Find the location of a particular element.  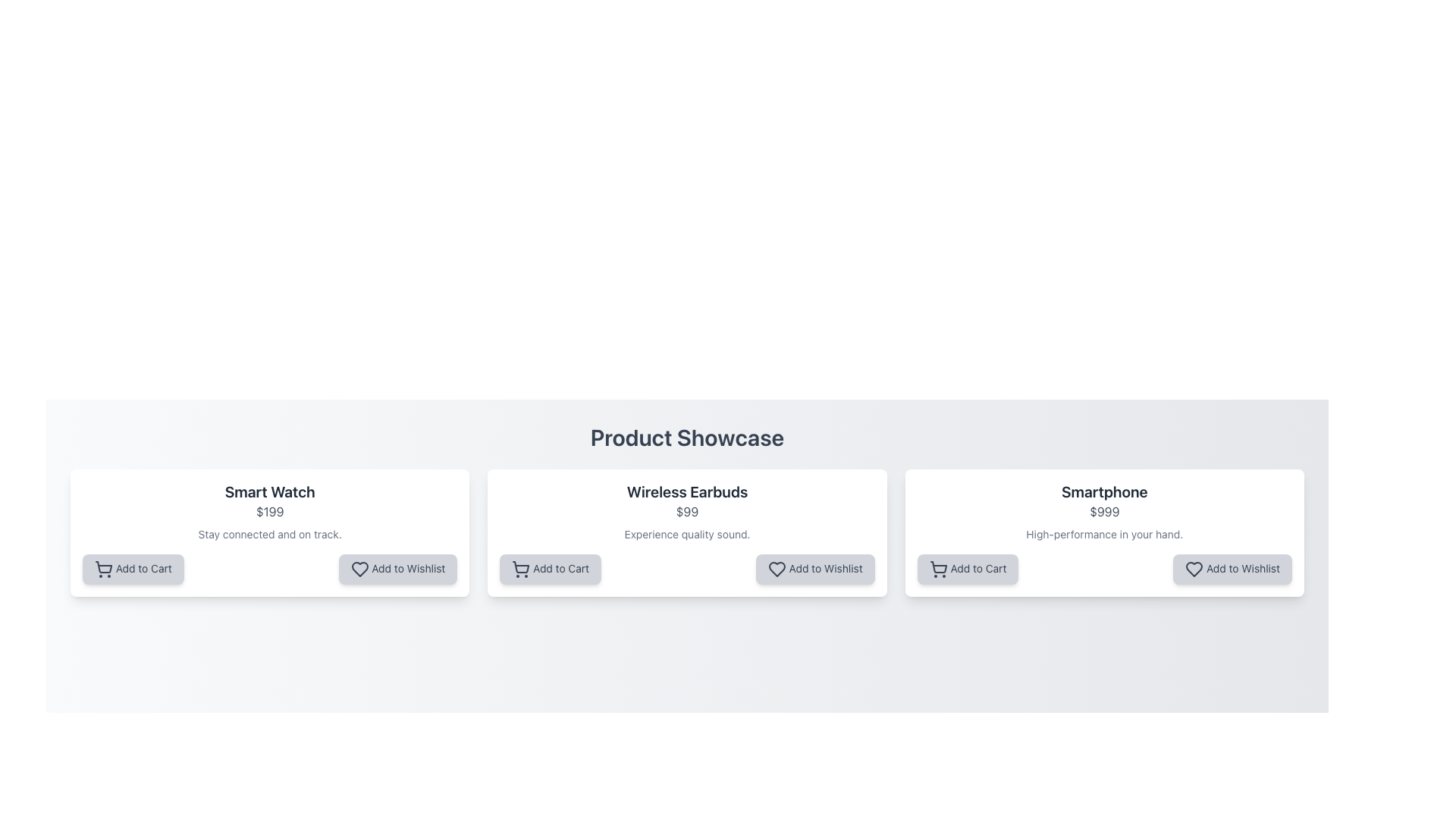

the heart icon within the 'Add to Wishlist' button located on the bottom right corner of the third product card displaying smartphone information is located at coordinates (1194, 570).